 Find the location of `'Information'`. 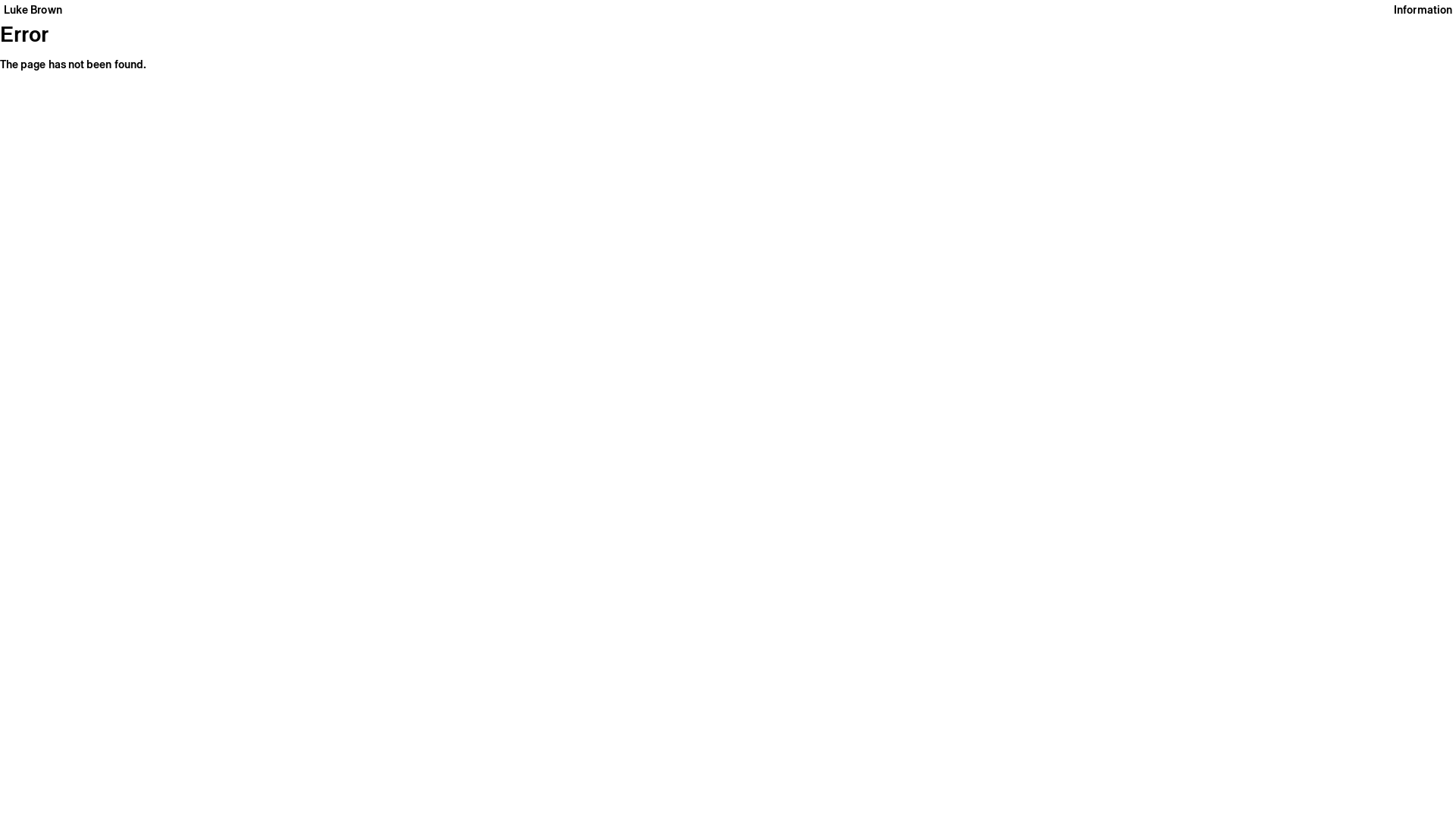

'Information' is located at coordinates (1422, 9).